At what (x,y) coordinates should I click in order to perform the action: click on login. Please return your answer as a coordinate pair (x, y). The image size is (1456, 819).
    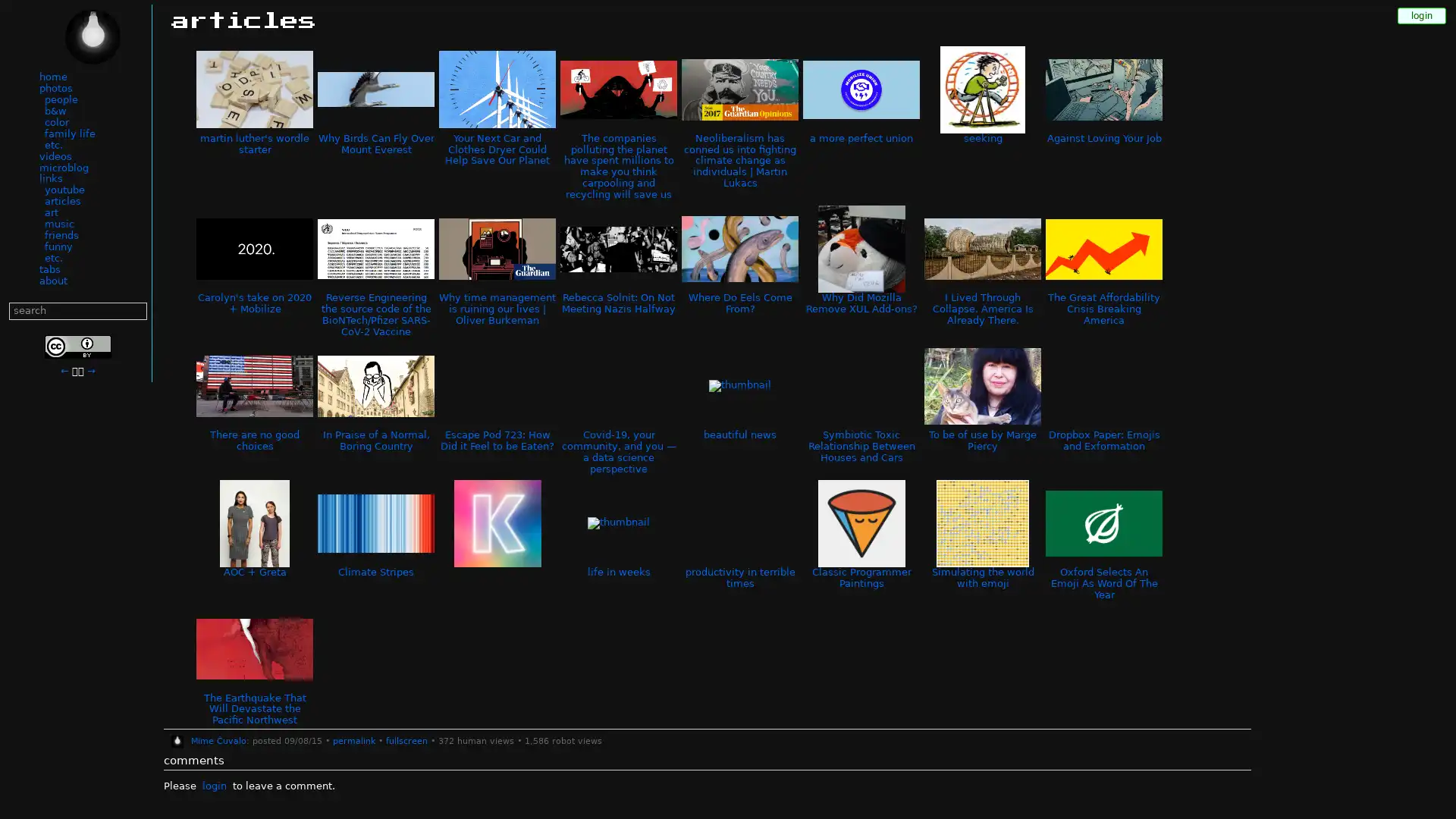
    Looking at the image, I should click on (213, 786).